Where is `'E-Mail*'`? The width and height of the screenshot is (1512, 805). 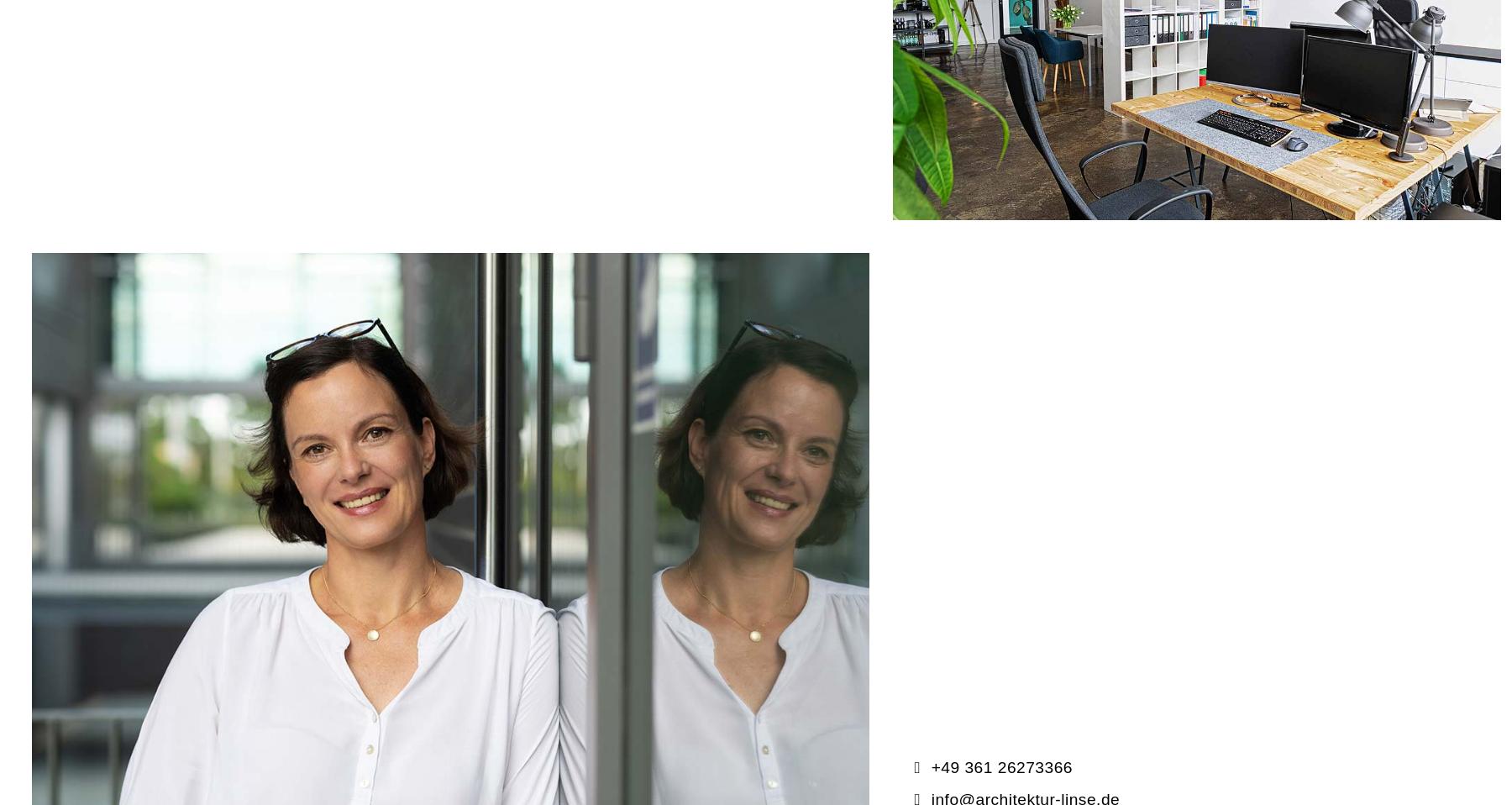 'E-Mail*' is located at coordinates (50, 315).